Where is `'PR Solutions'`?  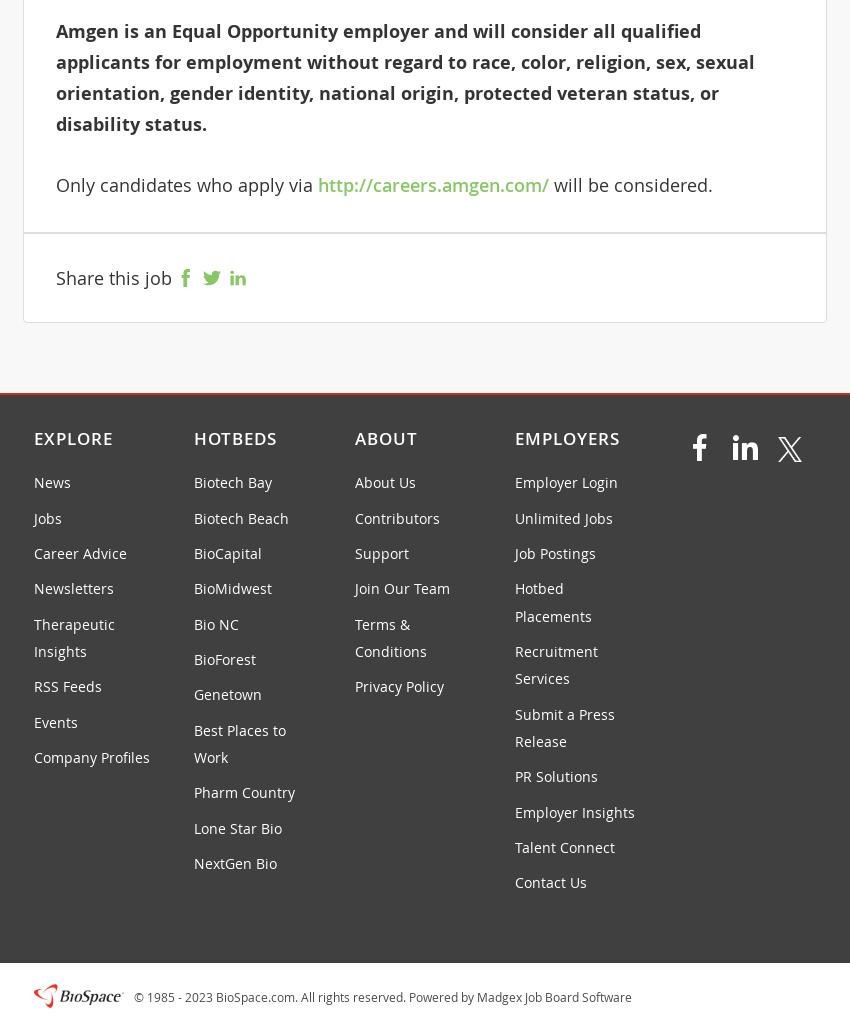
'PR Solutions' is located at coordinates (556, 776).